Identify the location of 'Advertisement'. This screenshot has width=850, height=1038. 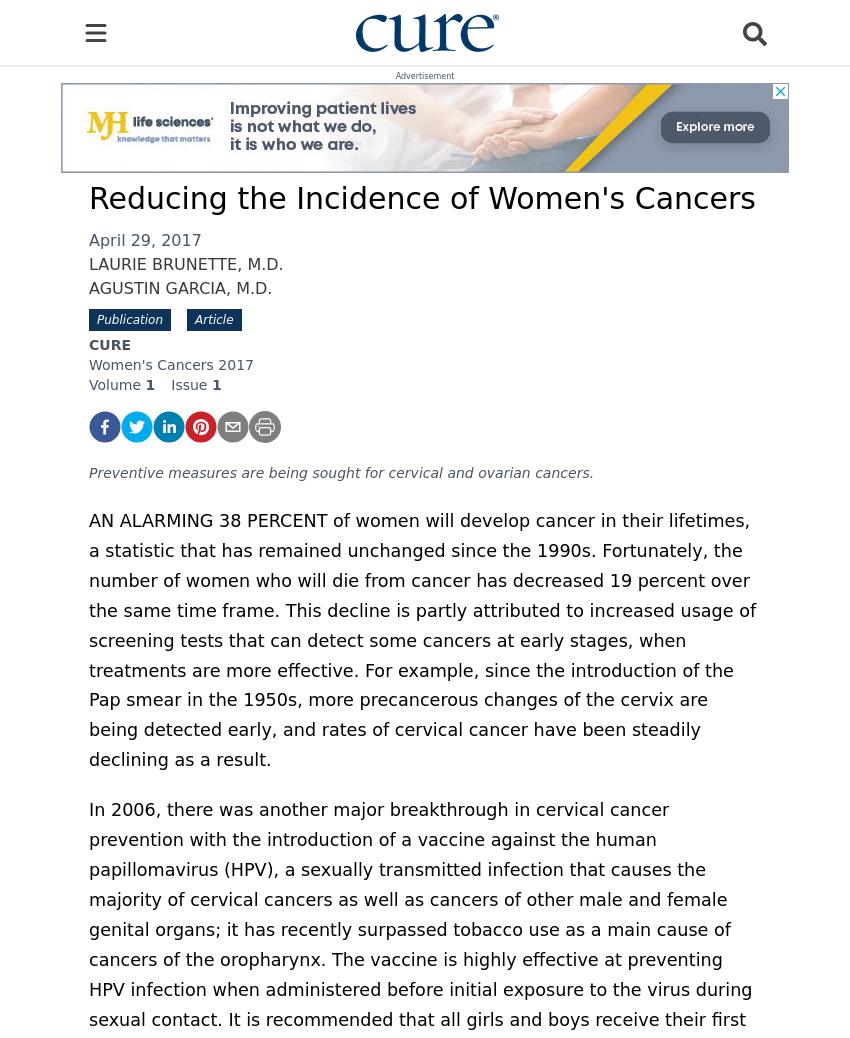
(424, 75).